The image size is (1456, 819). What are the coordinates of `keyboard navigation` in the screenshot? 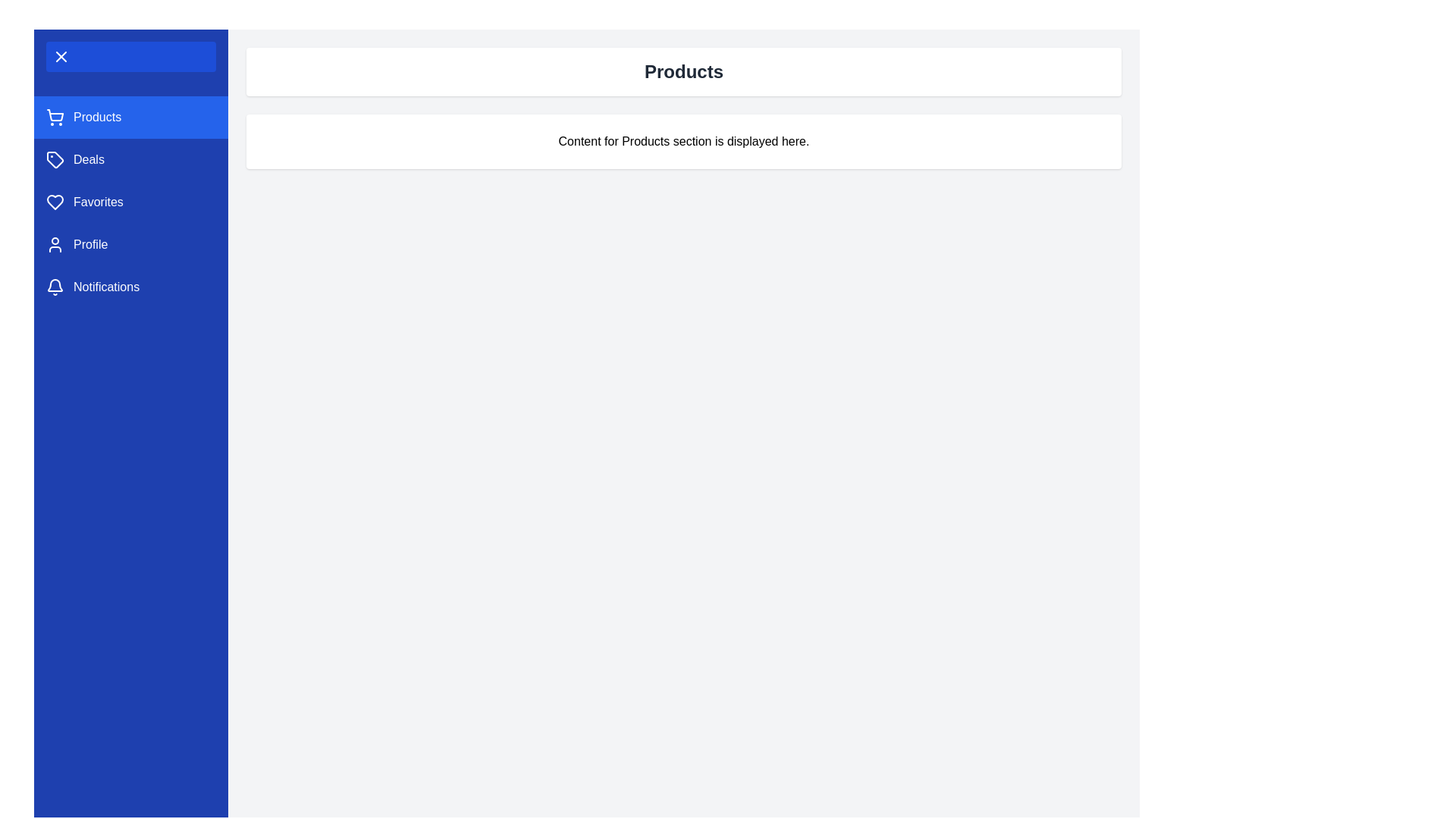 It's located at (130, 201).